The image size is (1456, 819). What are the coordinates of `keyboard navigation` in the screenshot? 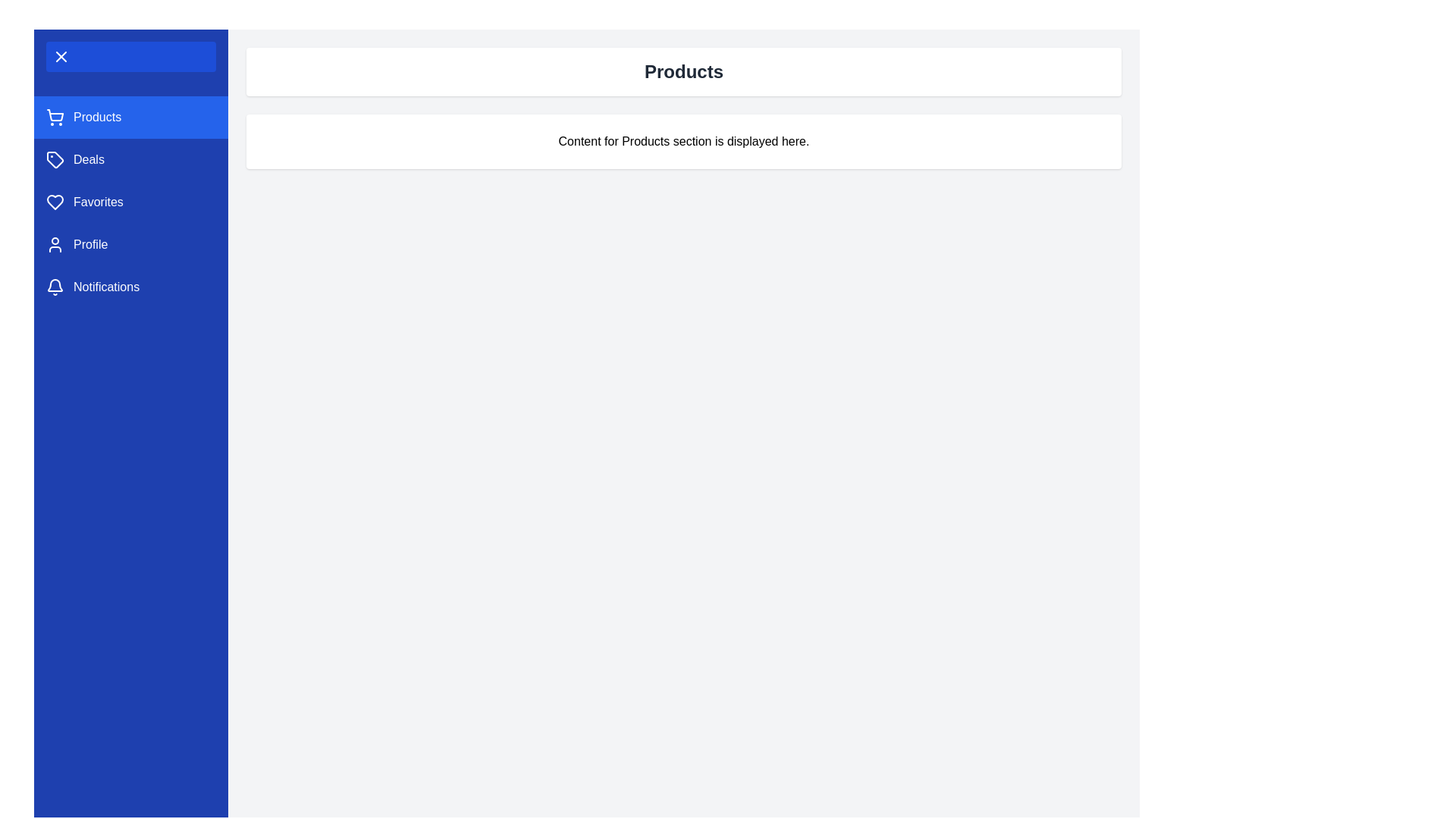 It's located at (130, 201).